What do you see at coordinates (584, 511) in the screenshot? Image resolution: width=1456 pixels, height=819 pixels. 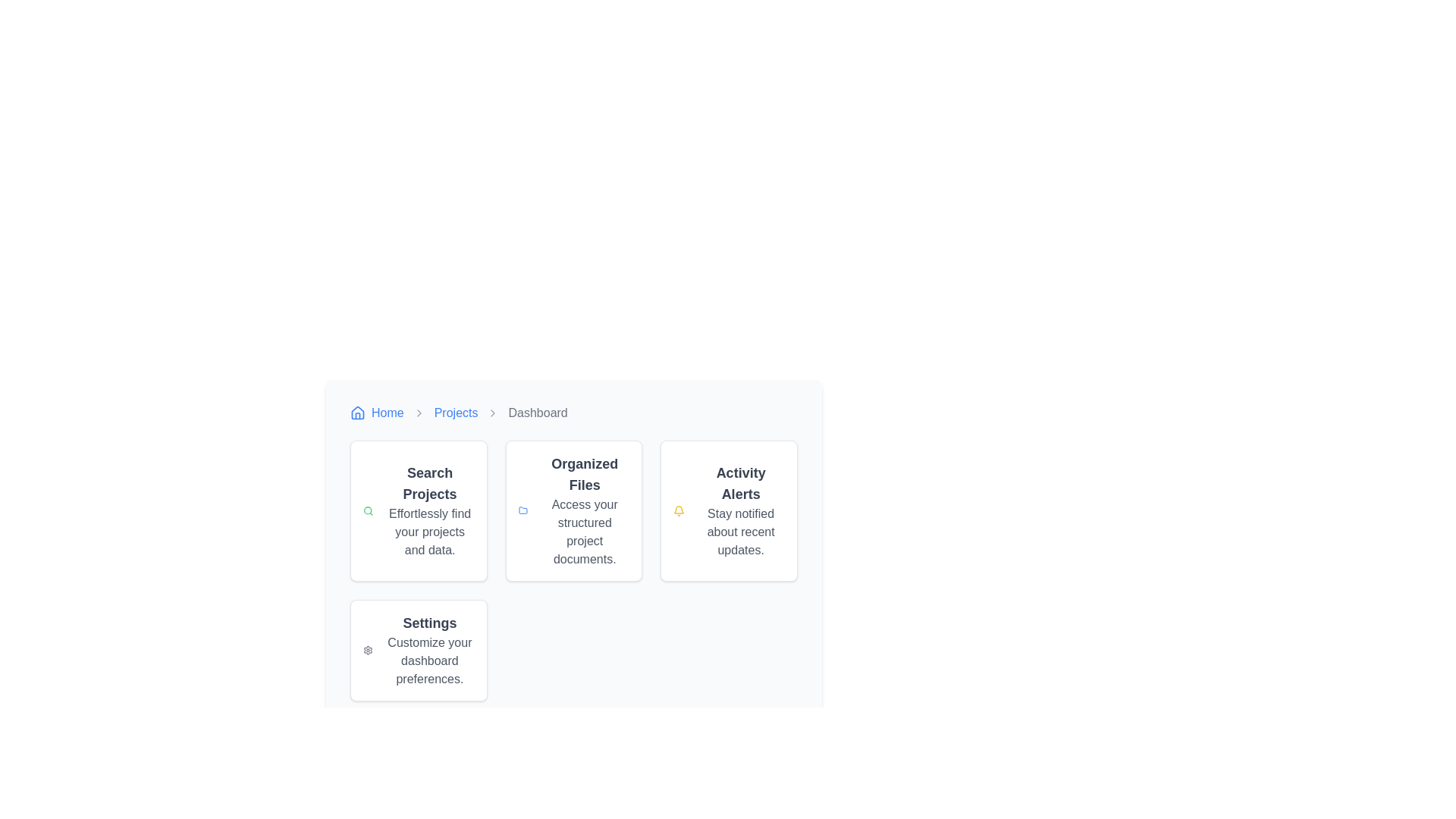 I see `title 'Organized Files' and subtitle 'Access your structured project documents.' from the informational card, which is the middle card in a row of three cards` at bounding box center [584, 511].